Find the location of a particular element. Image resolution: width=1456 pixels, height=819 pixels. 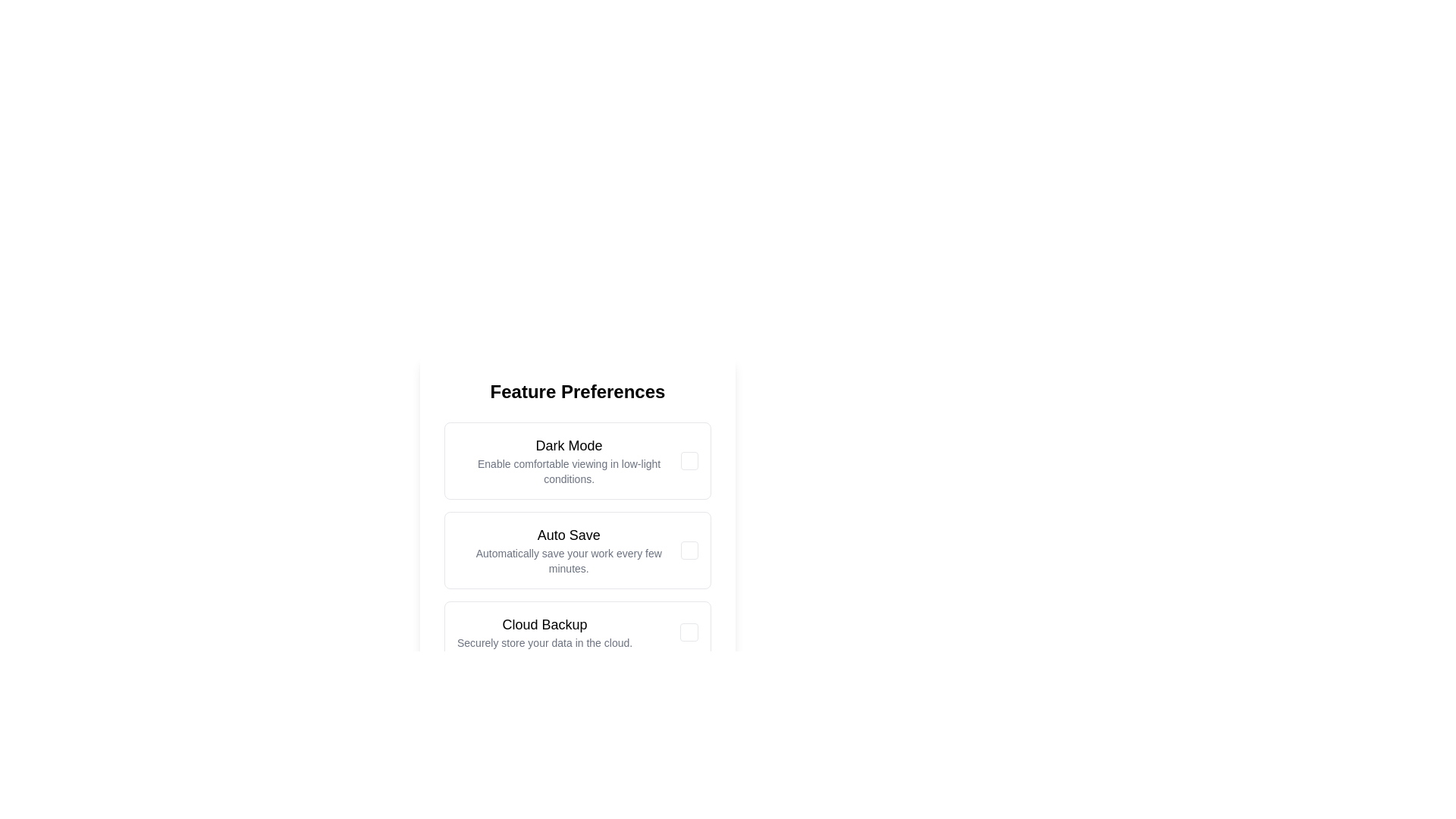

the feature card labeled Dark Mode is located at coordinates (568, 460).